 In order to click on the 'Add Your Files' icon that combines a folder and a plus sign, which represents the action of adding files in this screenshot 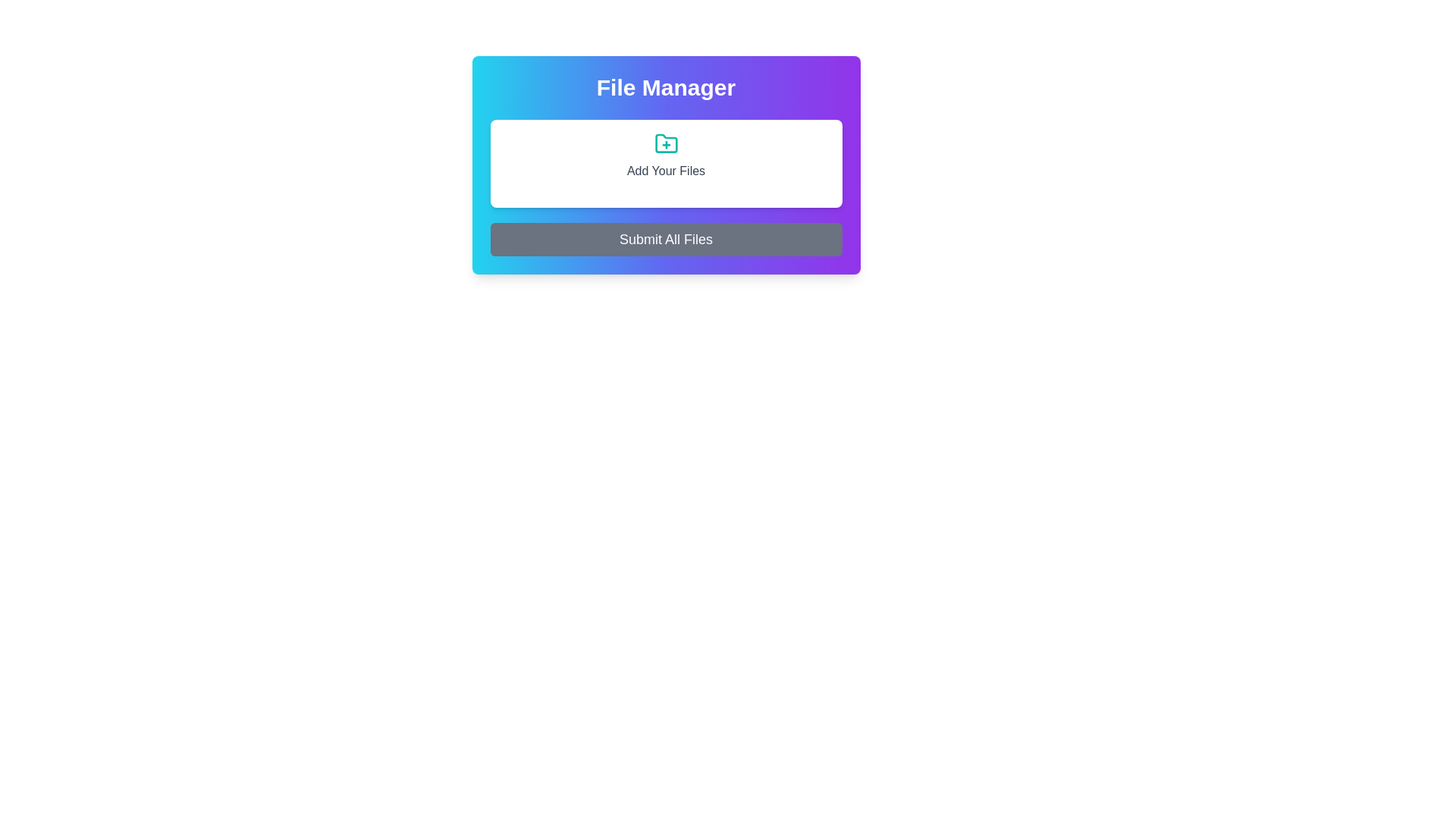, I will do `click(666, 143)`.